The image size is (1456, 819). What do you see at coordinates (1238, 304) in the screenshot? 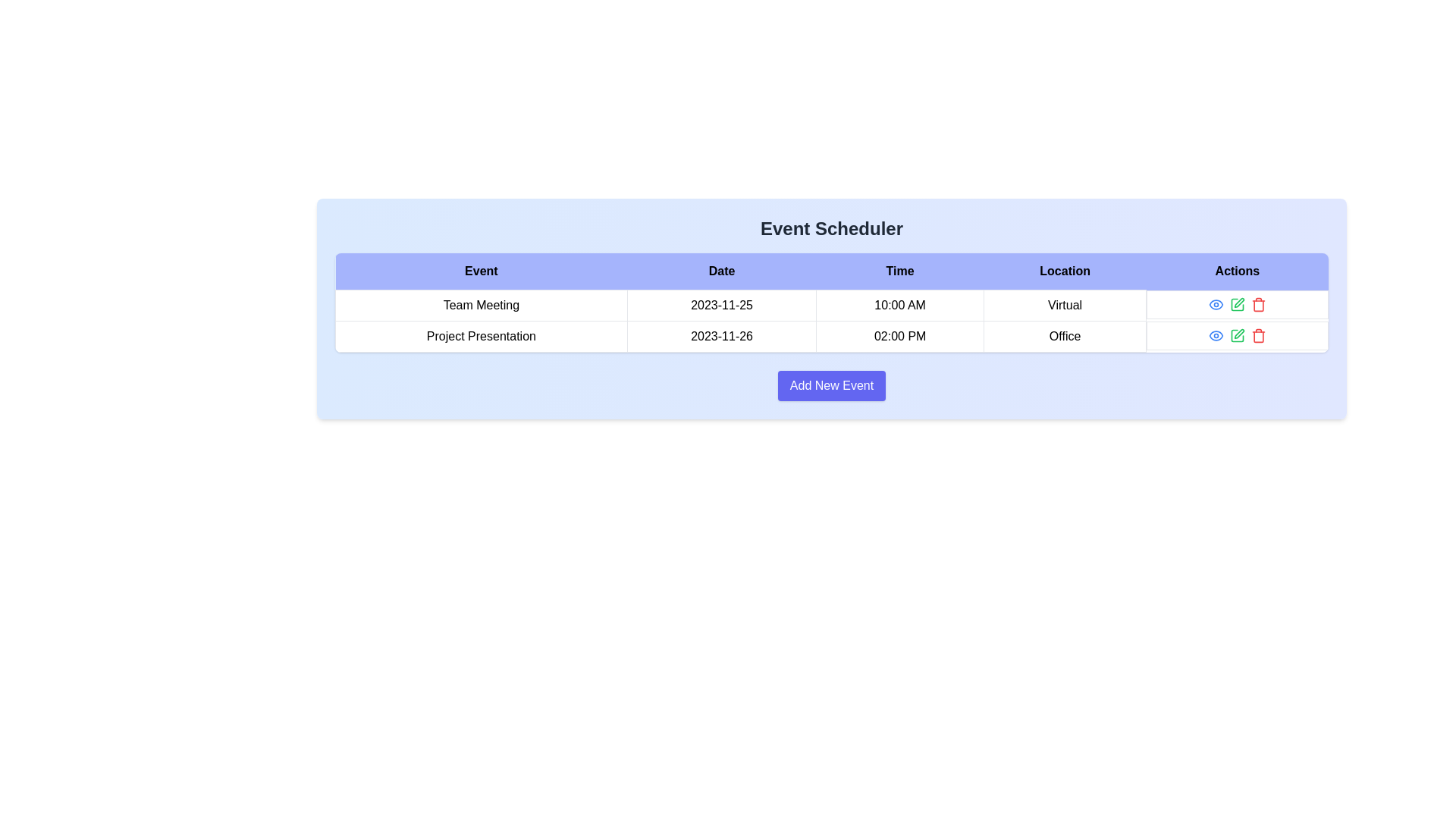
I see `the edit button represented by a small square icon with a green outline and a pen symbol, located in the 'Actions' column for the 'Team Meeting' row in the 'Event Scheduler' table` at bounding box center [1238, 304].